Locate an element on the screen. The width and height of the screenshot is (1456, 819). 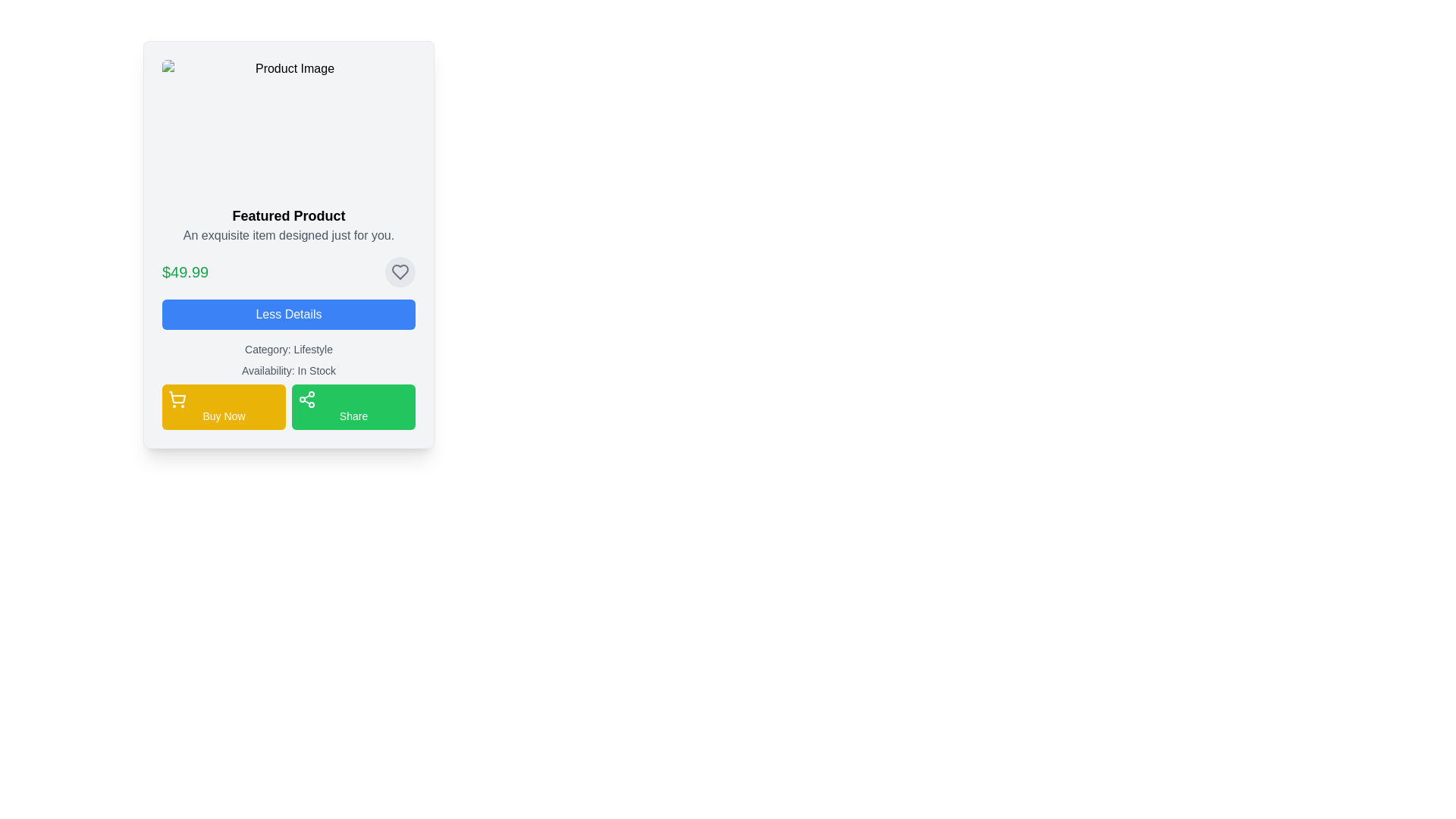
the Text Label displaying 'Category: Lifestyle' is located at coordinates (288, 350).